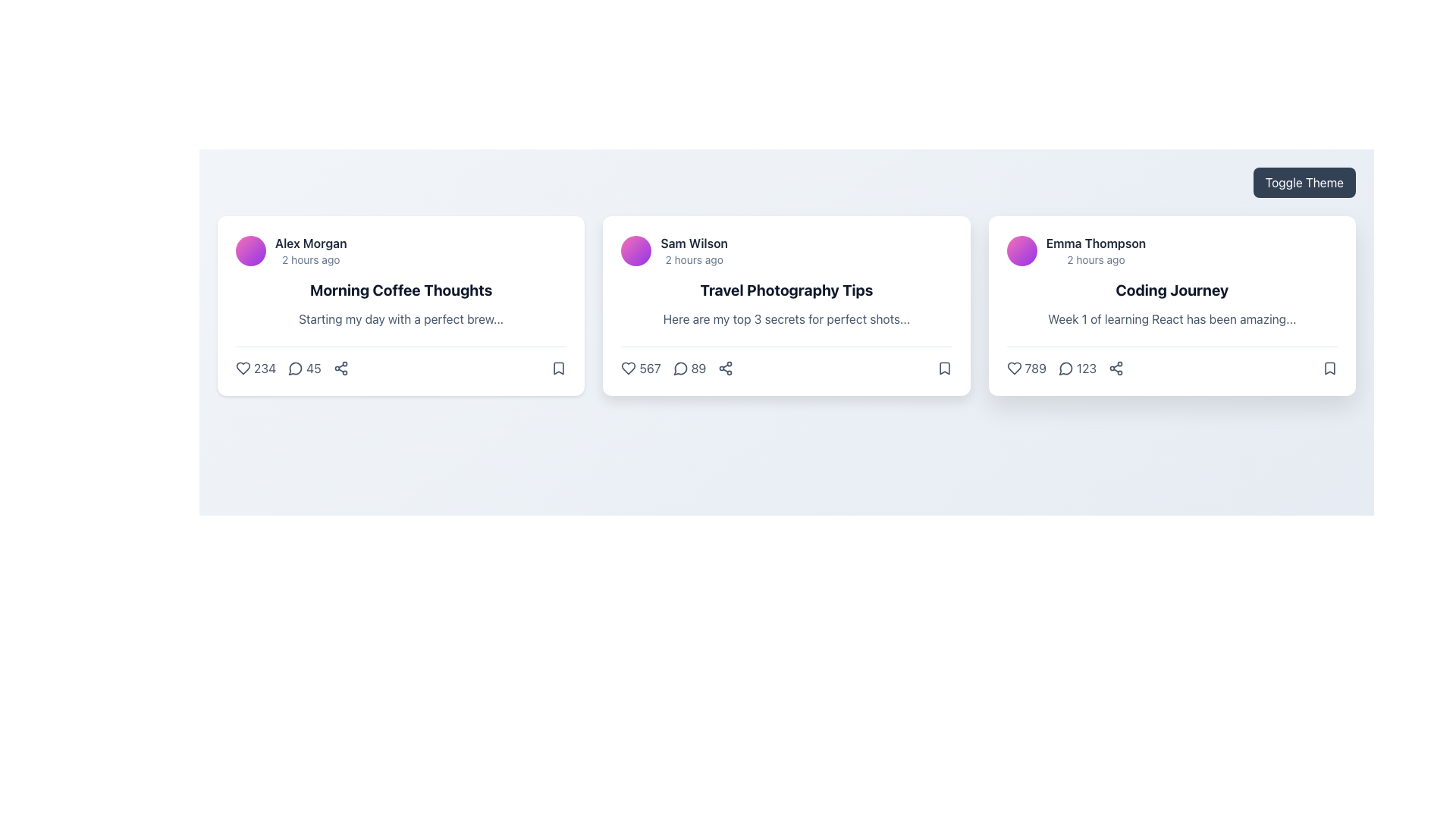  Describe the element at coordinates (786, 250) in the screenshot. I see `the author and time display element ('Sam Wilson' and '2 hours ago') located in the upper part of the second card within a row of three cards, just above the title 'Travel Photography Tips'` at that location.